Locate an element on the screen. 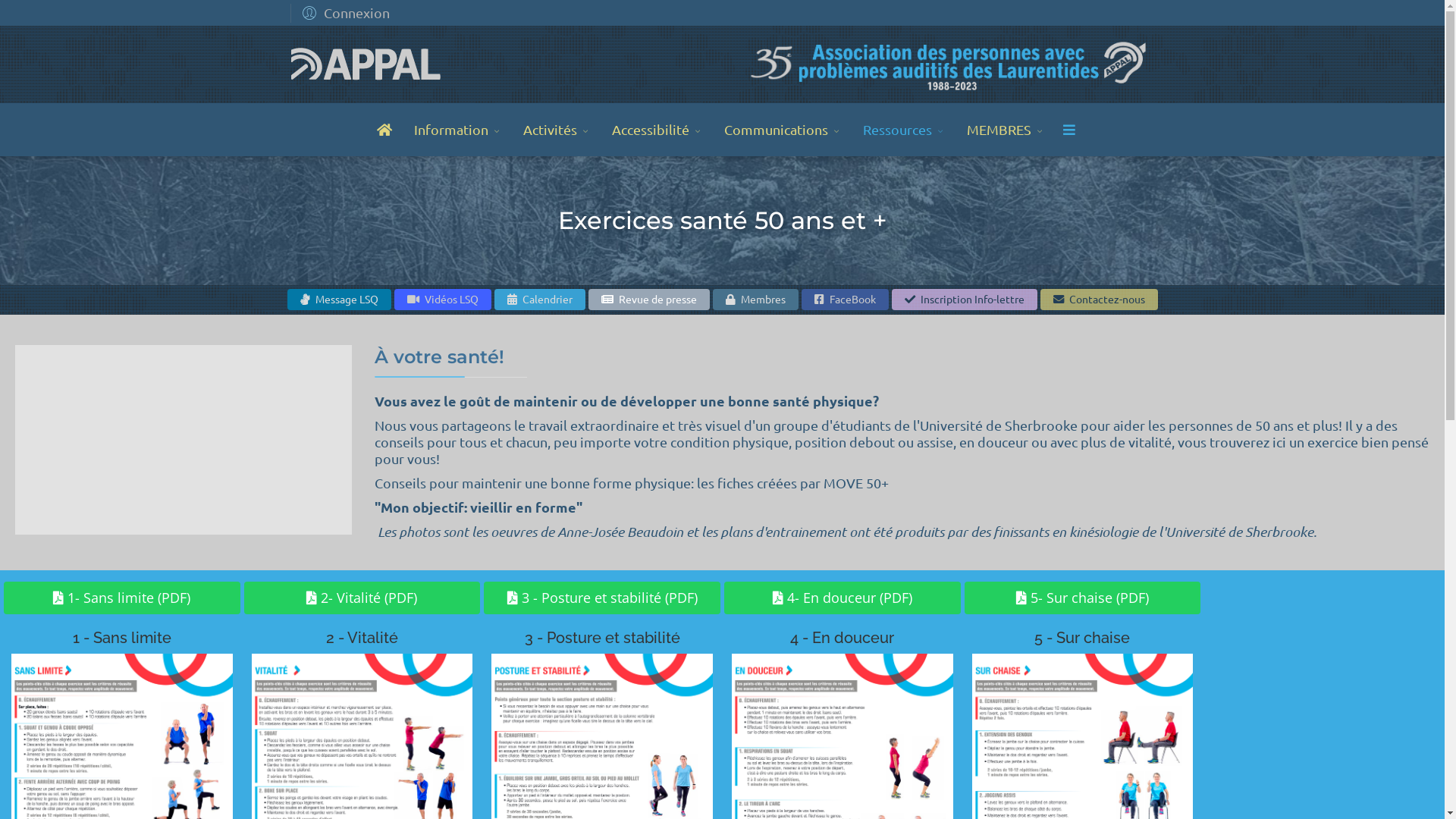  'Communications' is located at coordinates (784, 128).